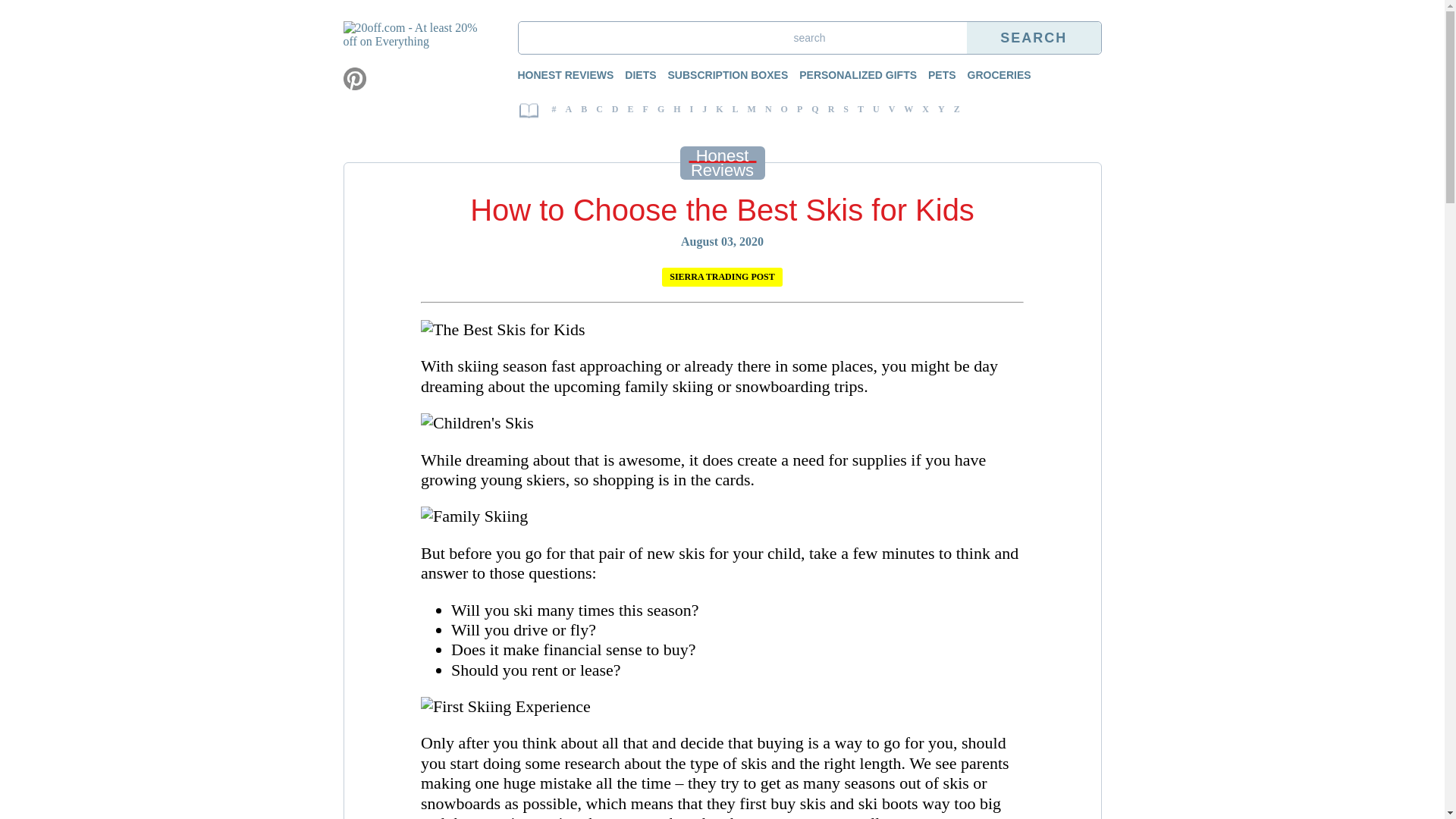 This screenshot has width=1456, height=819. What do you see at coordinates (582, 108) in the screenshot?
I see `'B'` at bounding box center [582, 108].